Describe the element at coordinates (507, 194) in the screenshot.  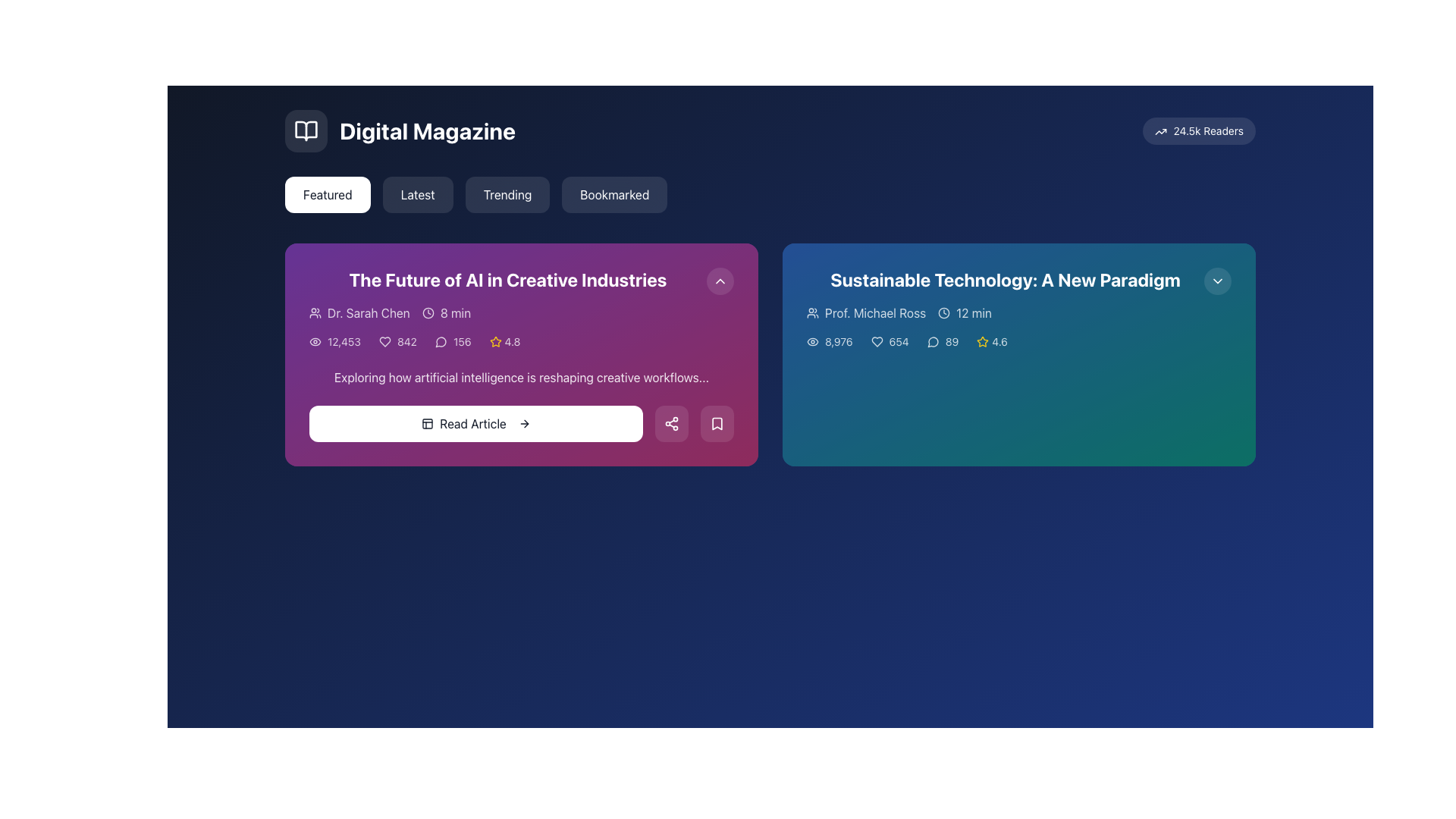
I see `the 'Trending' button, which is the third button from the left in a row of four buttons below the title 'Digital Magazine'` at that location.